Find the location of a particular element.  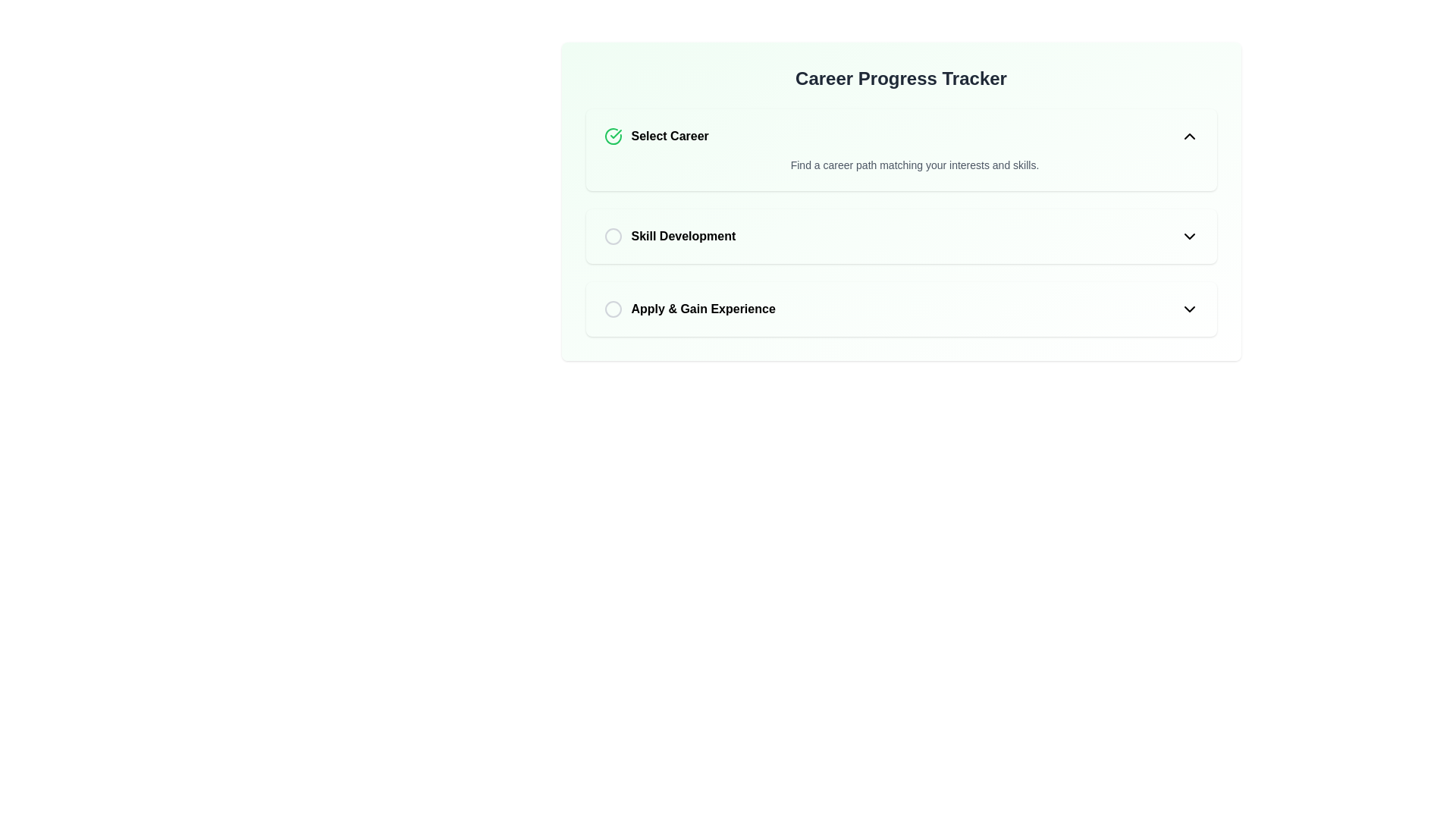

the 'Skill Development' text label, which is the second item in the list under 'Career Progress Tracker', located on a light green background next to a circular icon is located at coordinates (682, 237).